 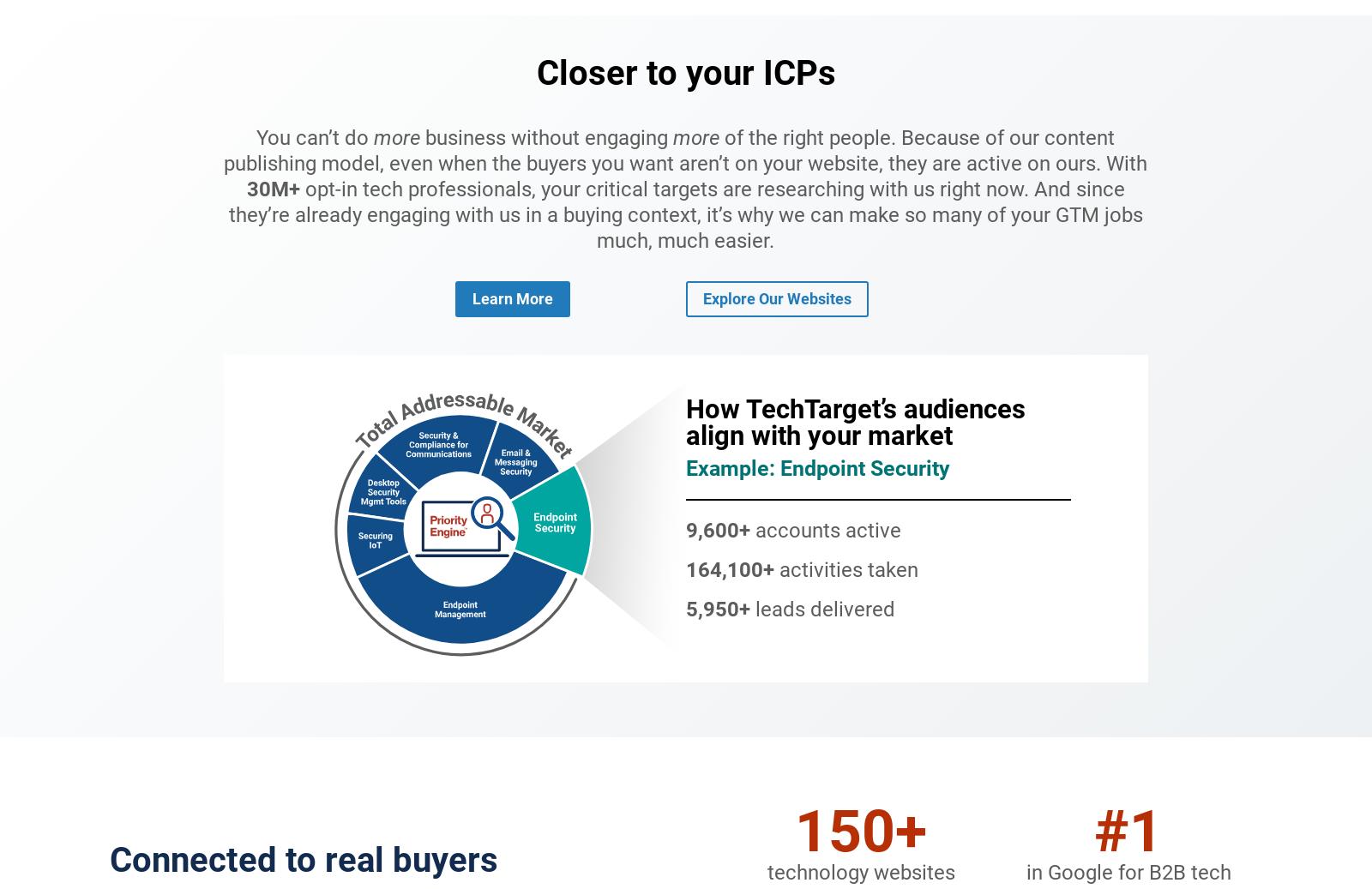 What do you see at coordinates (273, 188) in the screenshot?
I see `'30M+'` at bounding box center [273, 188].